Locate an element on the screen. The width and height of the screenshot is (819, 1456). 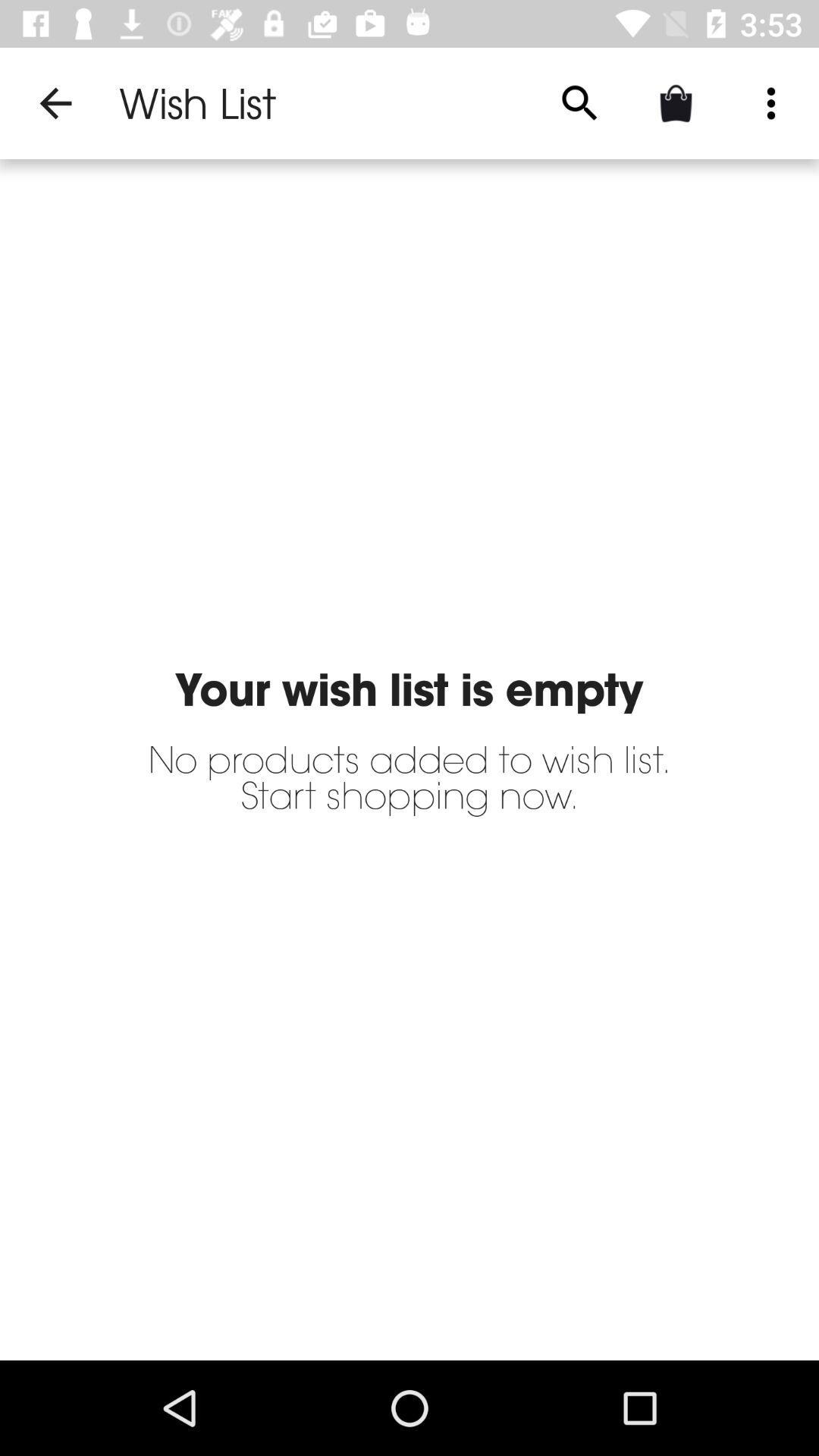
icon above the your wish list icon is located at coordinates (55, 102).